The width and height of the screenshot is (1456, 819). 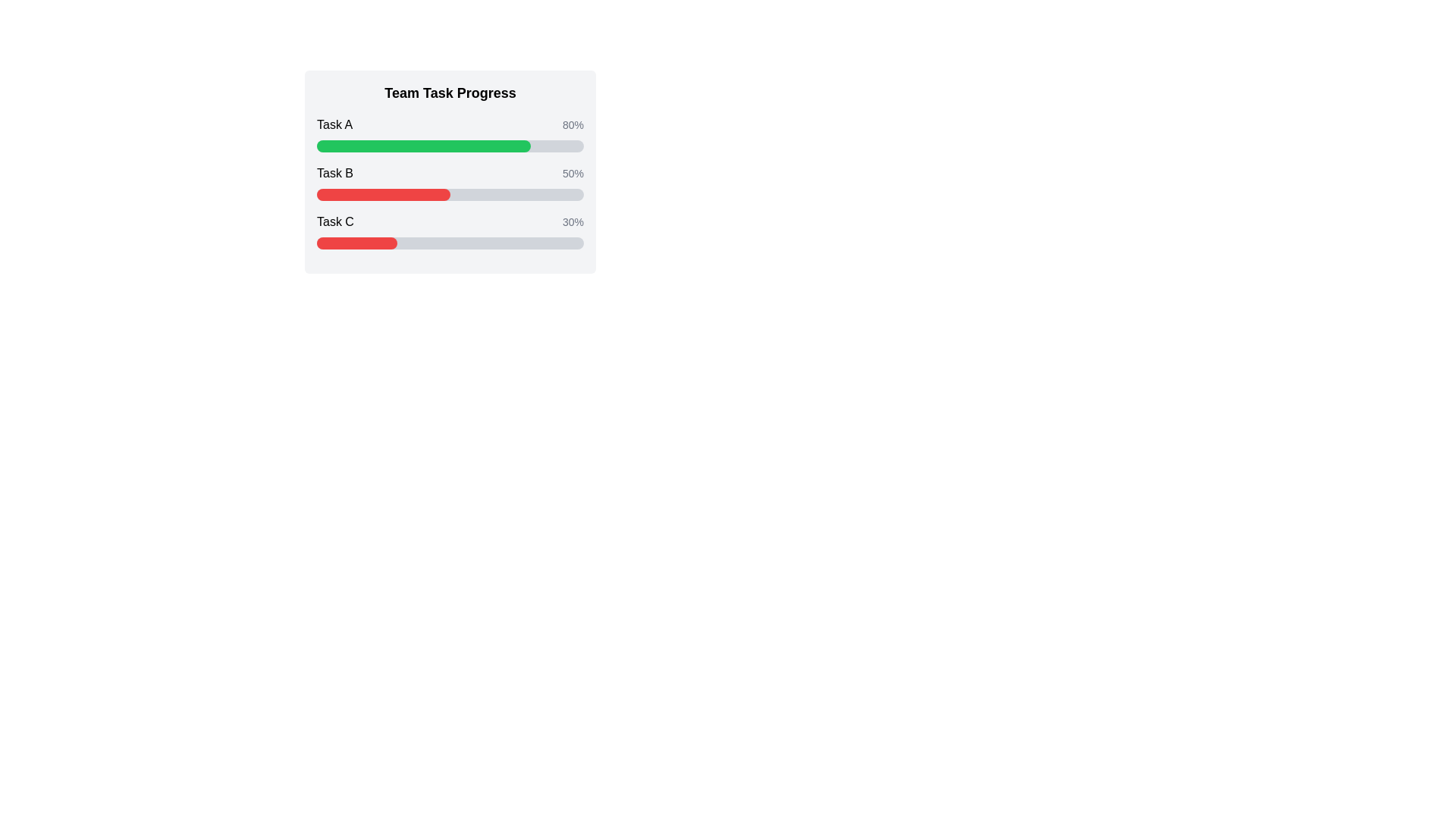 I want to click on the Text label displaying the completion percentage of 'Task B', which is located in the progress tracking interface, aligned horizontally with the task name, so click(x=572, y=172).